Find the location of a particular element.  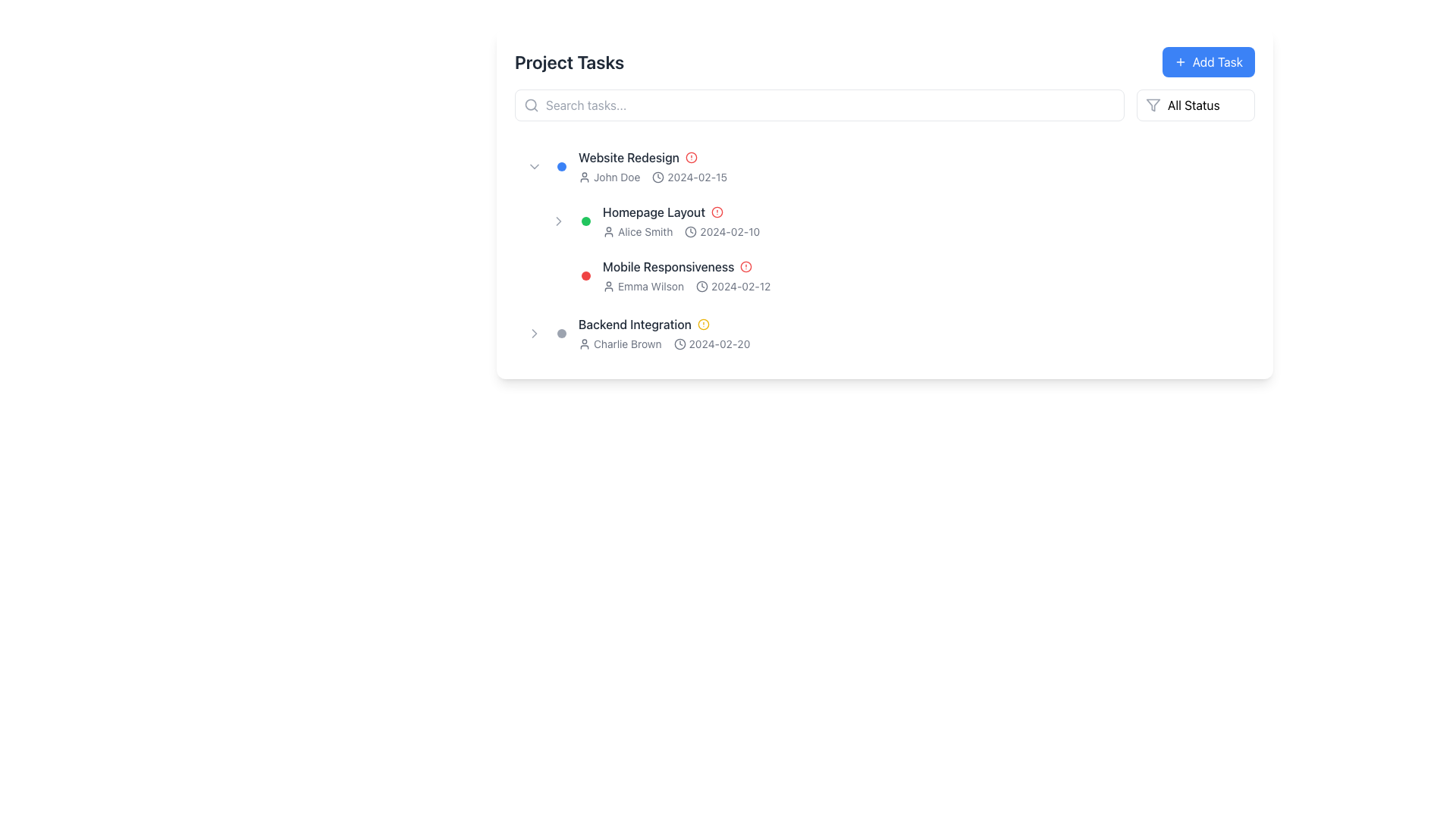

the small circular green indicator that symbolizes status or completion, located directly to the left of the text 'Homepage Layout' within the task list is located at coordinates (585, 221).